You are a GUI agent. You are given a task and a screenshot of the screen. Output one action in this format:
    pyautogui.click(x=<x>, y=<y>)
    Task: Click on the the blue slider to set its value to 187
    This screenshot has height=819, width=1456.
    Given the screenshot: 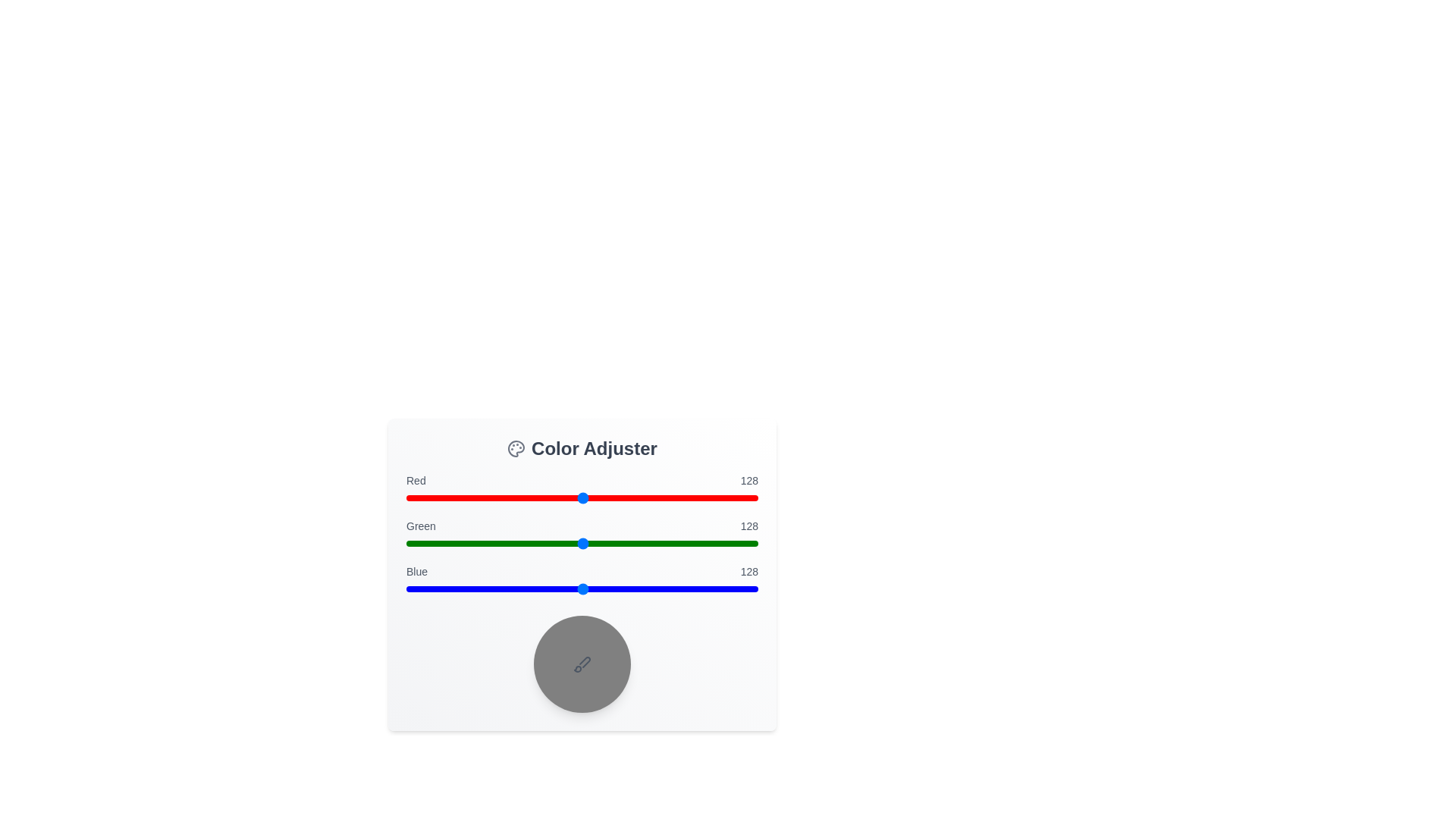 What is the action you would take?
    pyautogui.click(x=664, y=588)
    